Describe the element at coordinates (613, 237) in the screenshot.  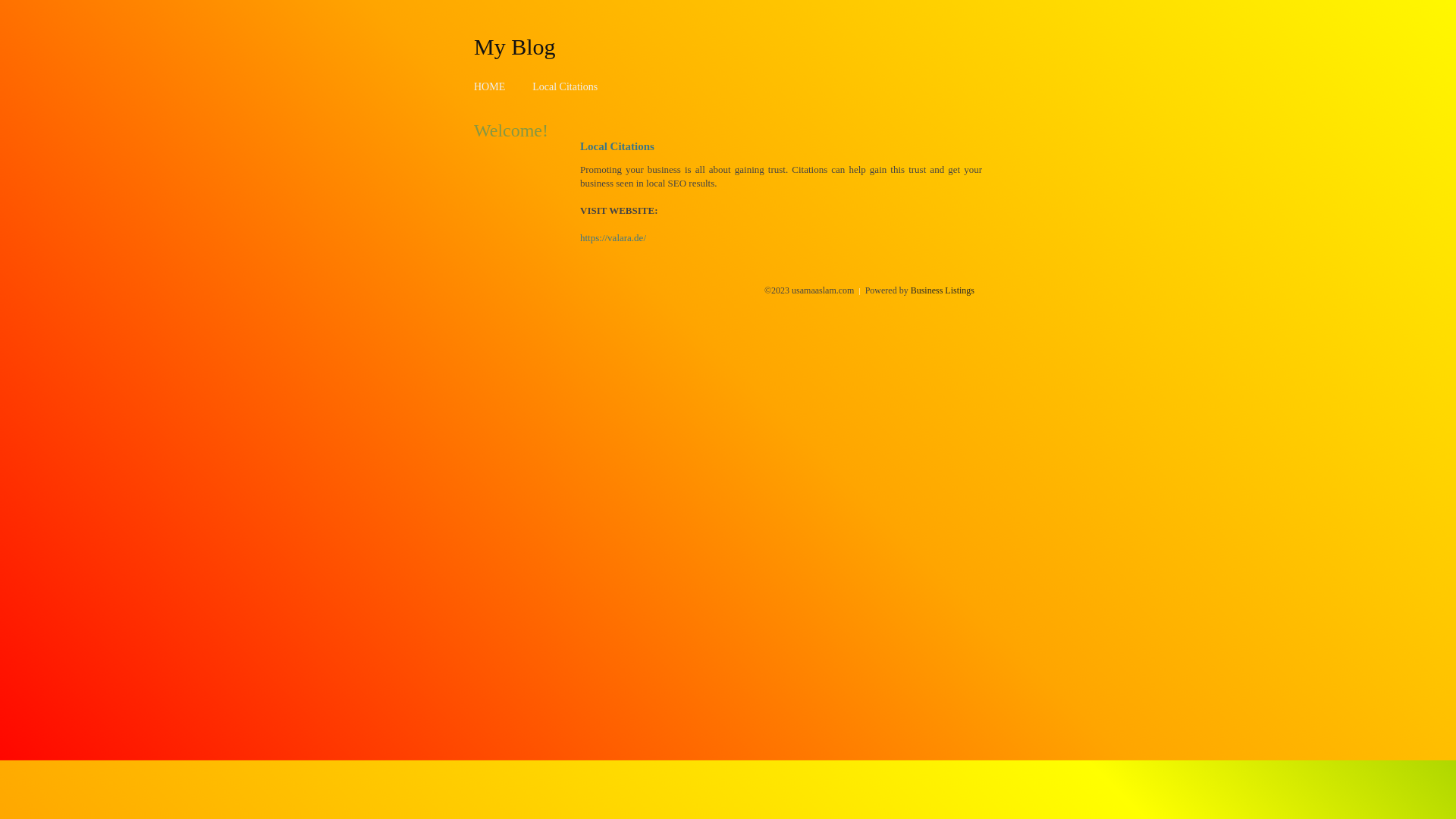
I see `'https://valara.de/'` at that location.